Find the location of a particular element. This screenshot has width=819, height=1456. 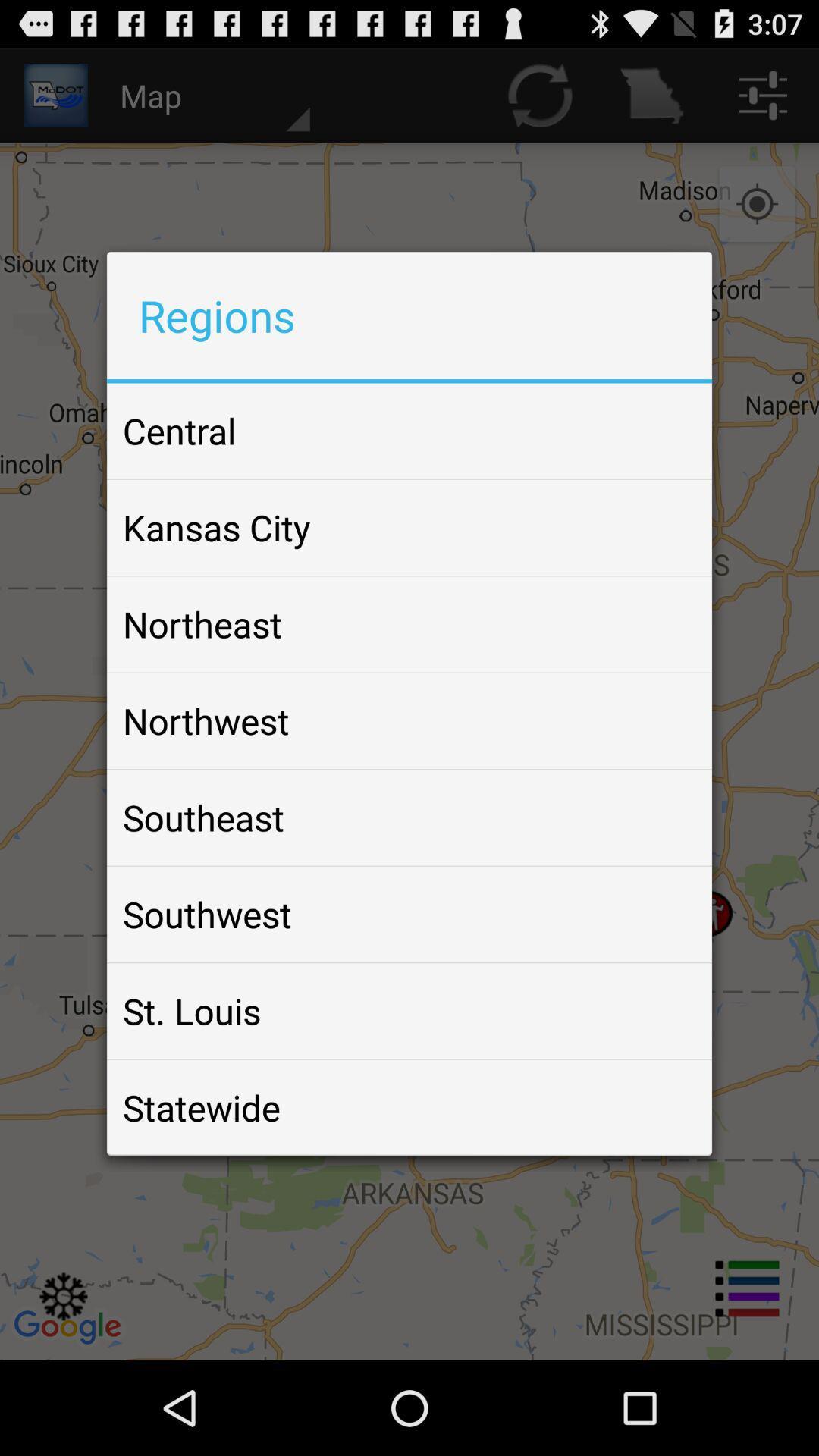

the central at the top left corner is located at coordinates (178, 430).